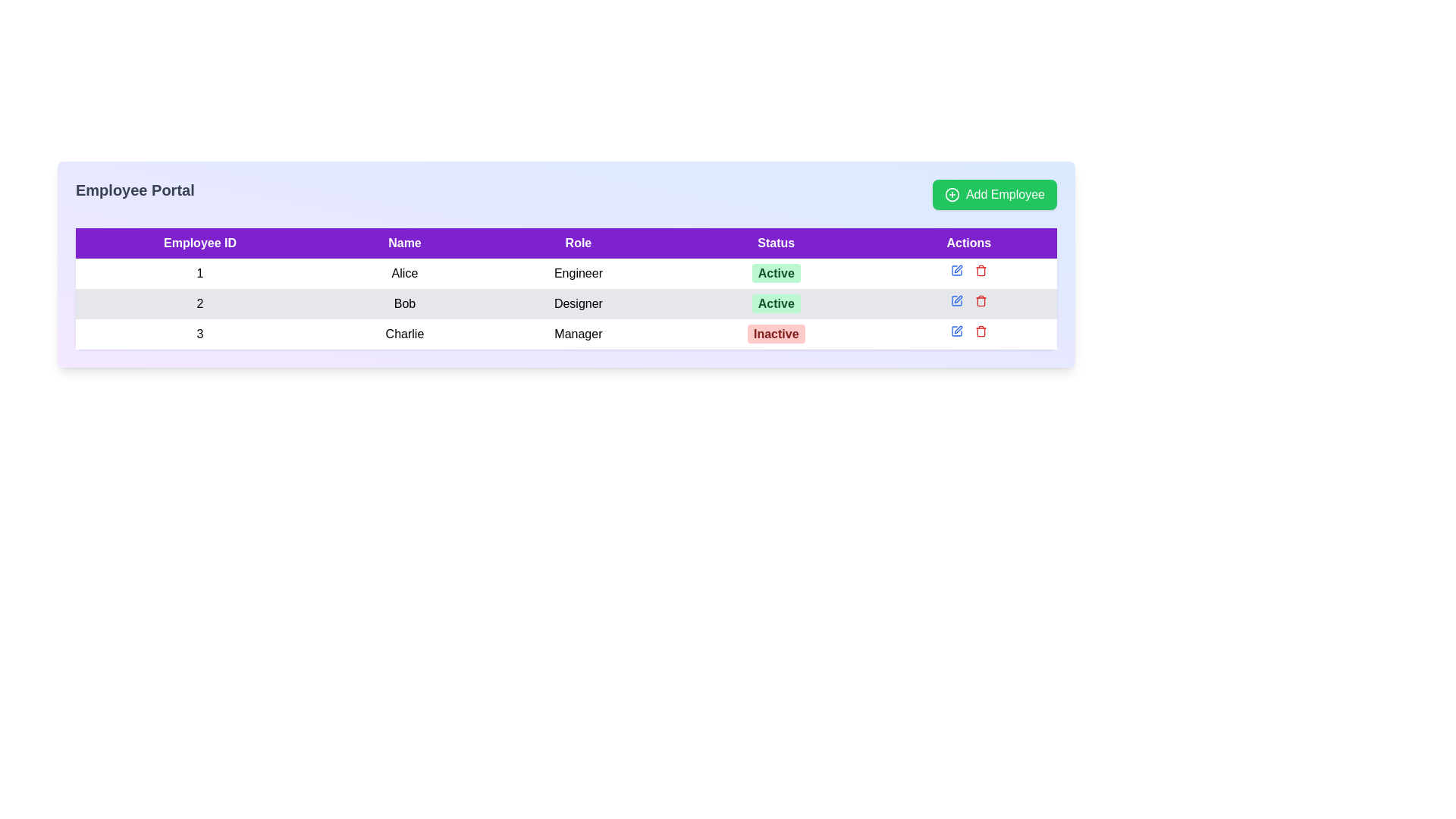  What do you see at coordinates (199, 274) in the screenshot?
I see `the first cell in the first data row under the 'Employee ID' column to focus on the employee identifier` at bounding box center [199, 274].